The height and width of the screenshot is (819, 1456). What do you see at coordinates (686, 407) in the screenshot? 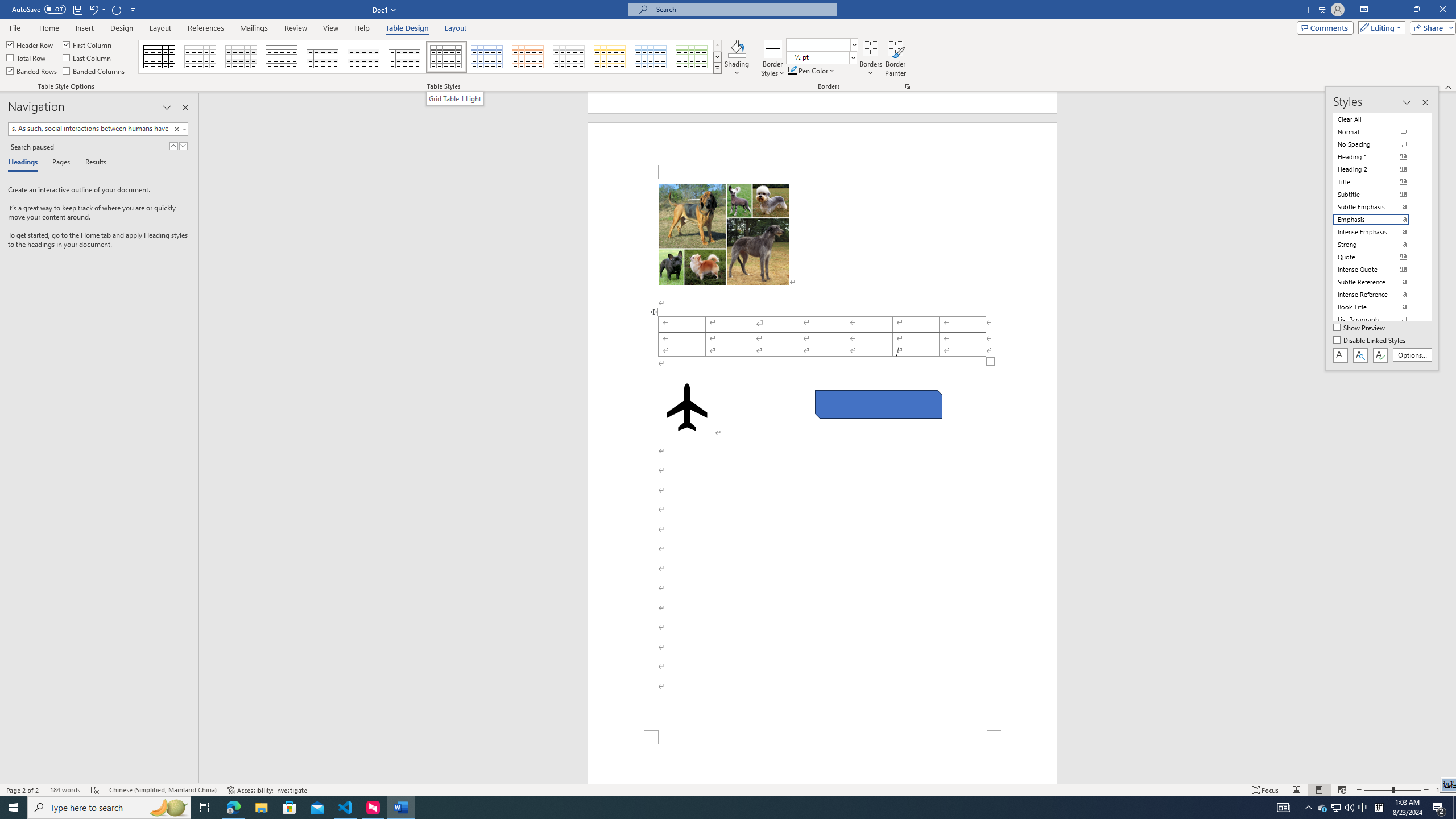
I see `'Airplane with solid fill'` at bounding box center [686, 407].